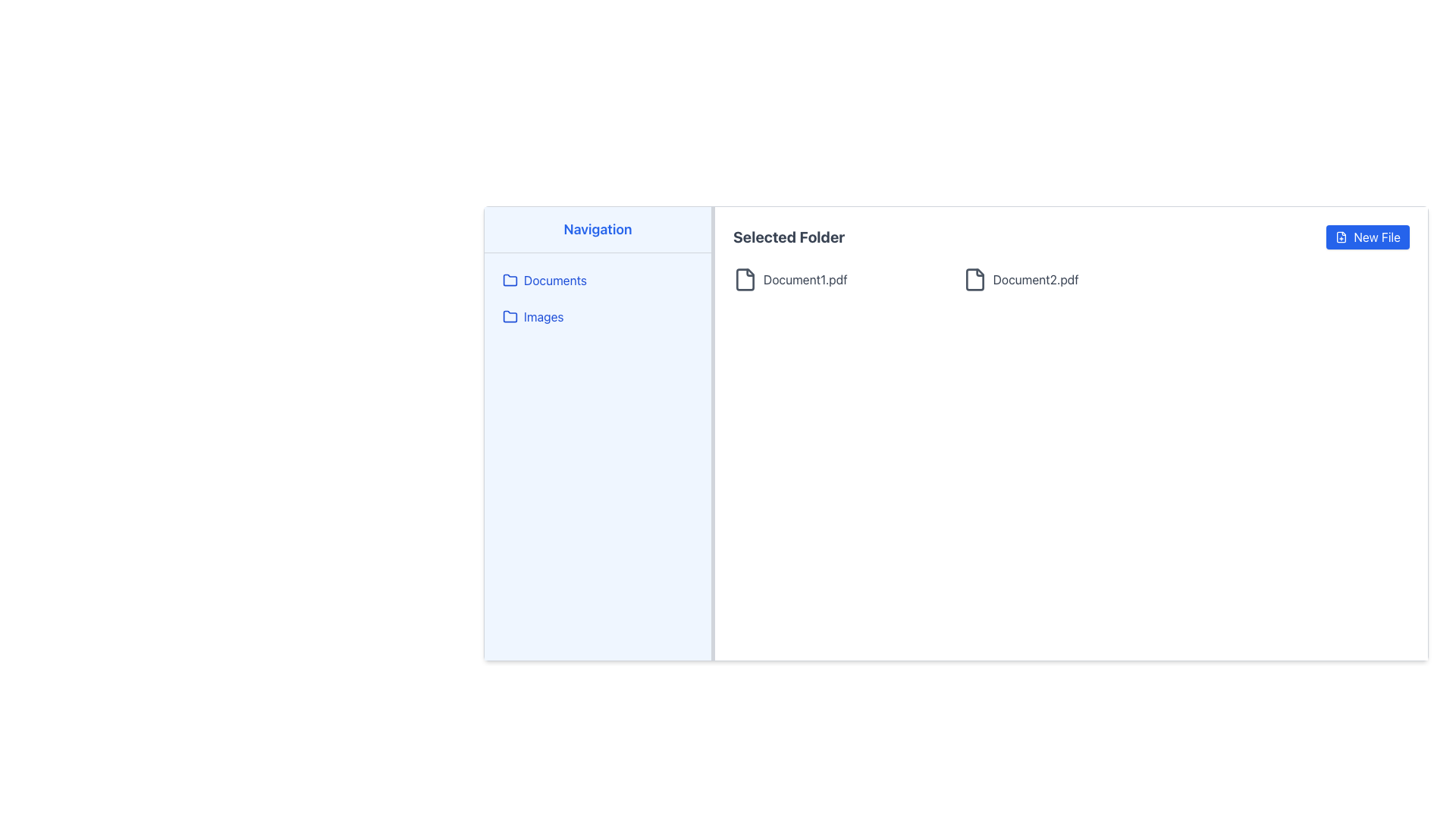 The image size is (1456, 819). Describe the element at coordinates (510, 315) in the screenshot. I see `the 'Images' folder icon button located in the navigation sidebar, which is the second icon under the 'Navigation' section` at that location.